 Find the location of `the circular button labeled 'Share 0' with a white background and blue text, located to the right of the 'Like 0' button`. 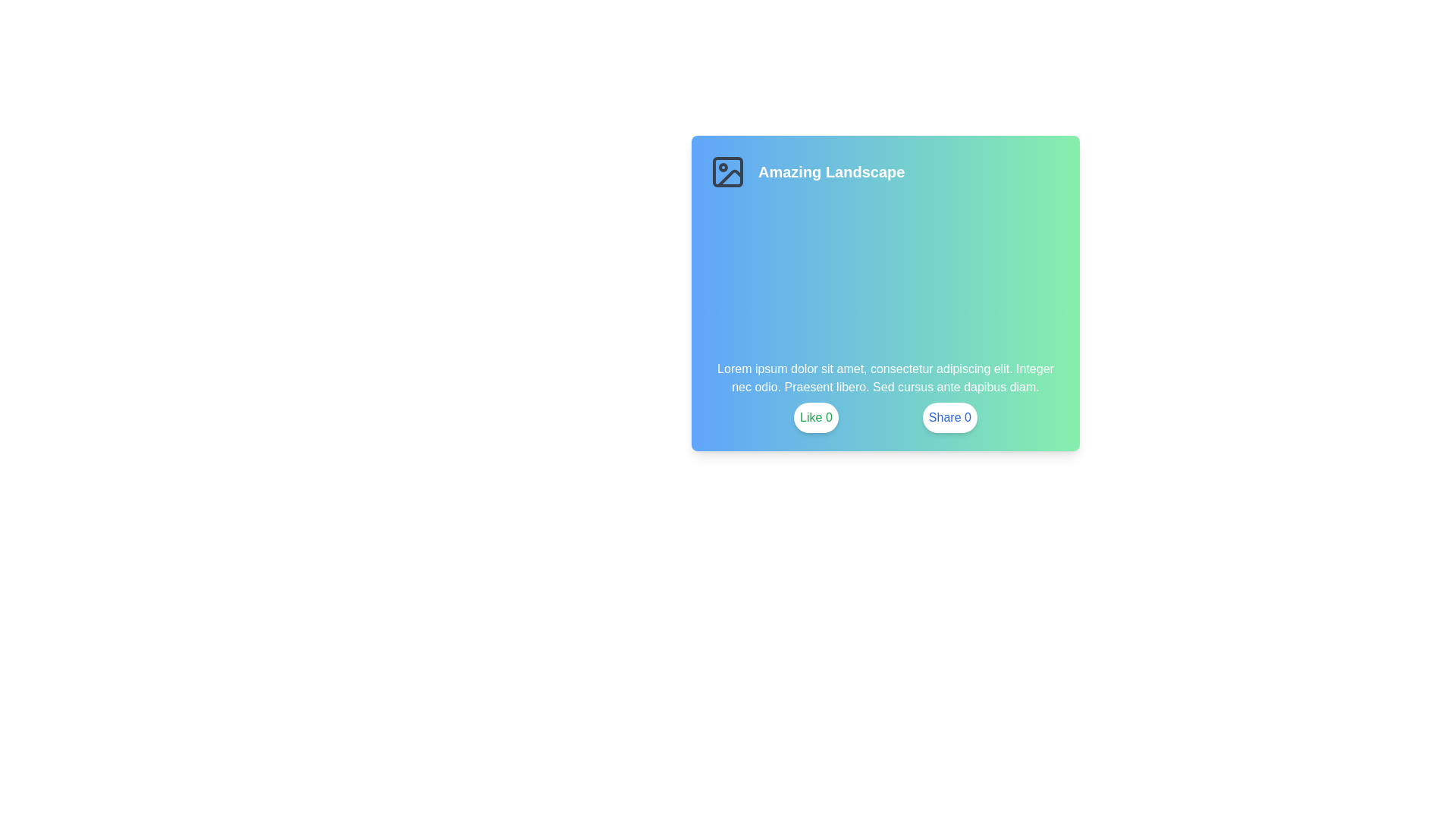

the circular button labeled 'Share 0' with a white background and blue text, located to the right of the 'Like 0' button is located at coordinates (949, 418).